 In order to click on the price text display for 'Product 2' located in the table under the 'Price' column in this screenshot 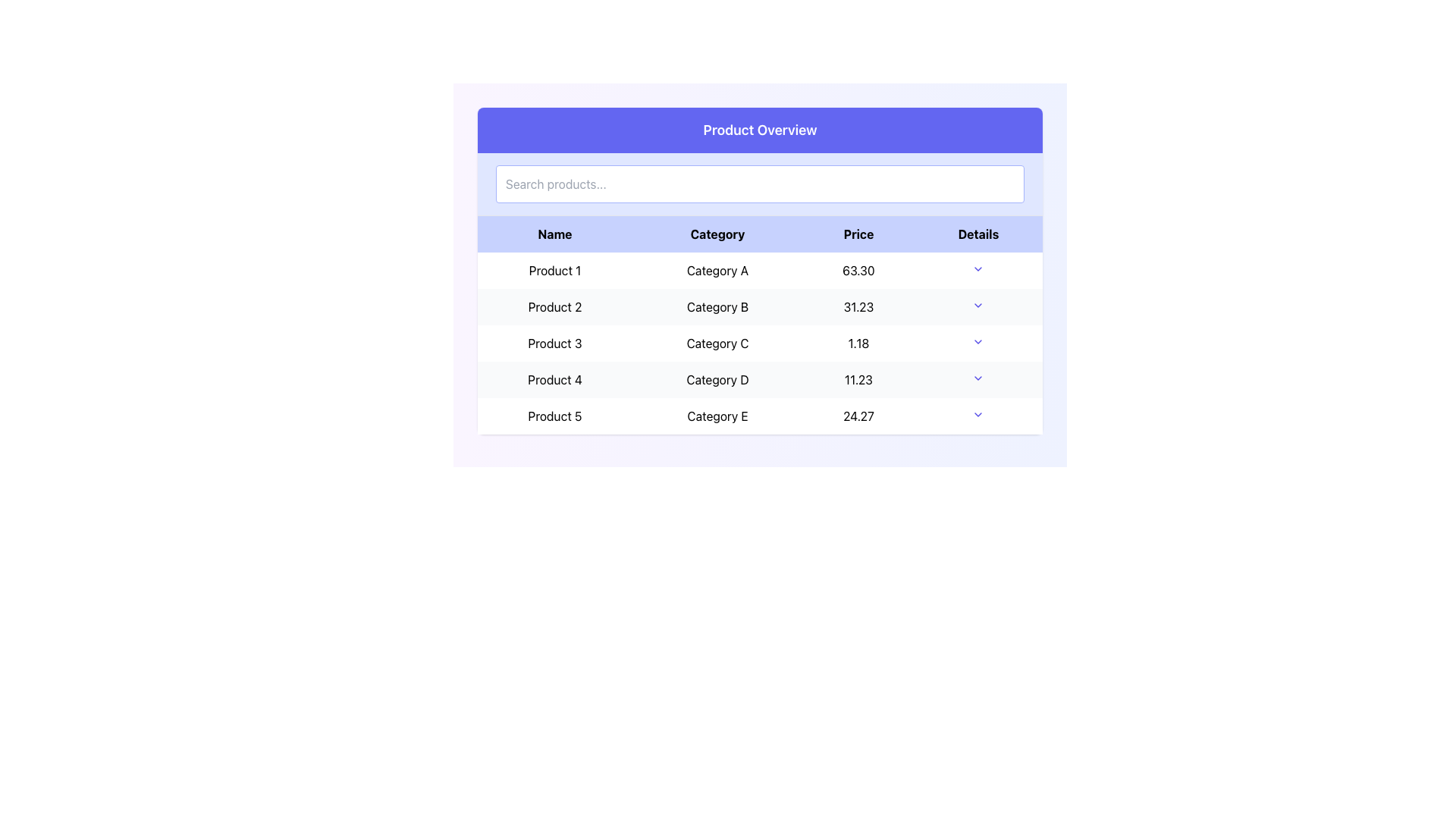, I will do `click(858, 307)`.